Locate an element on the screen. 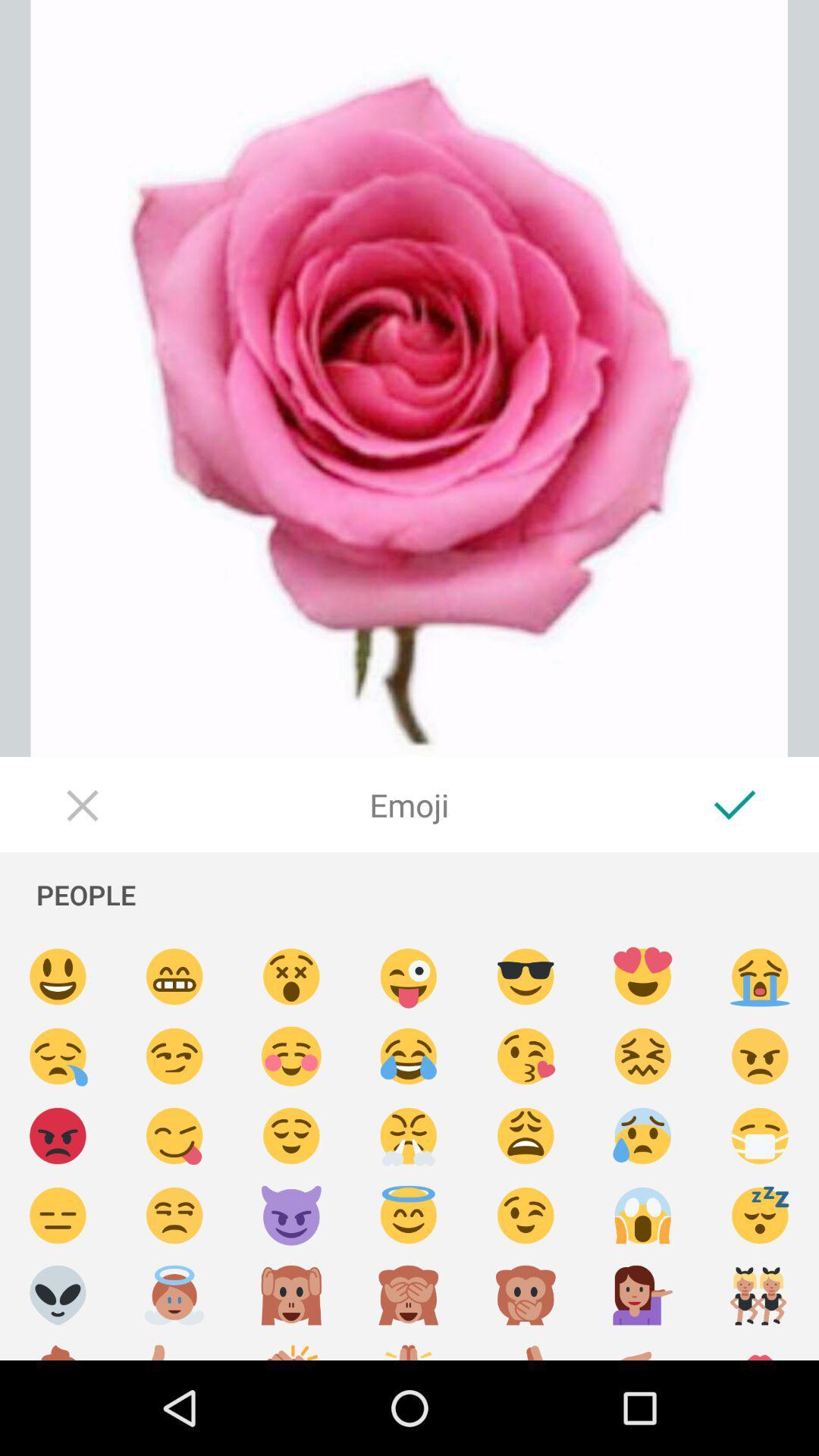 This screenshot has height=1456, width=819. angel emoji is located at coordinates (408, 1216).